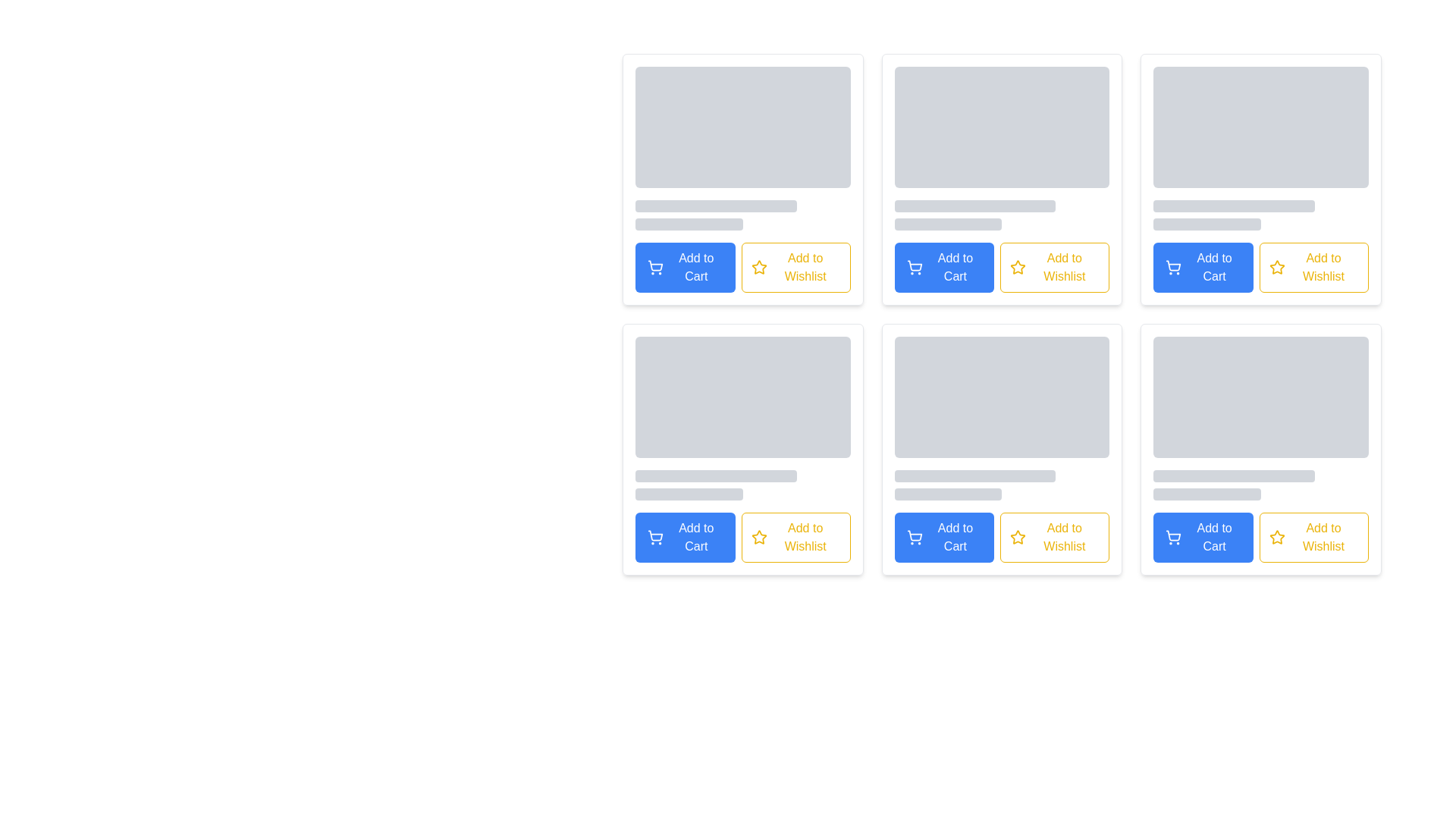 The image size is (1456, 819). I want to click on the slider position, so click(947, 494).